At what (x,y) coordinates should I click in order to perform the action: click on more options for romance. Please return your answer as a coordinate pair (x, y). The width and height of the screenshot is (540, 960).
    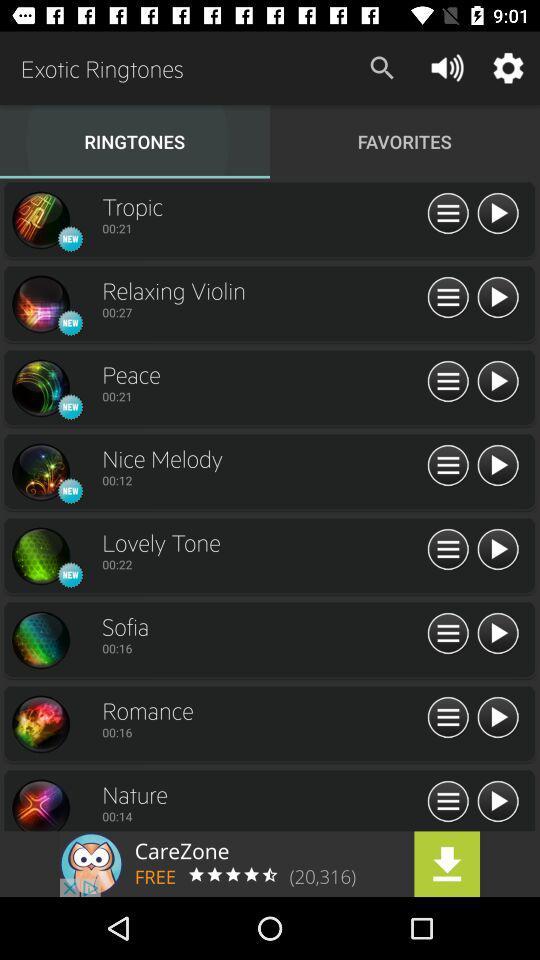
    Looking at the image, I should click on (448, 718).